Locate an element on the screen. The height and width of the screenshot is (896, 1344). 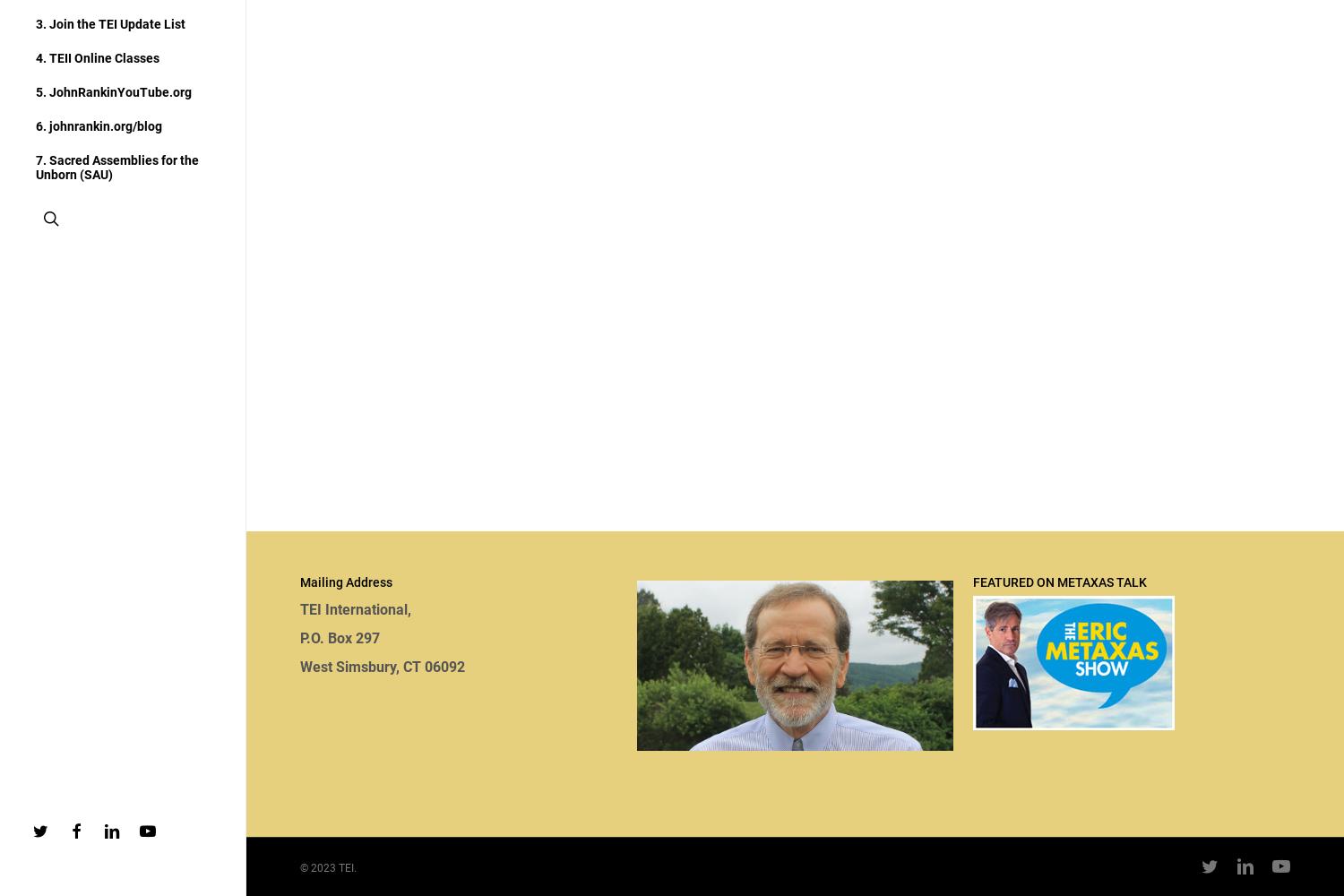
'5. JohnRankinYouTube.org' is located at coordinates (36, 91).